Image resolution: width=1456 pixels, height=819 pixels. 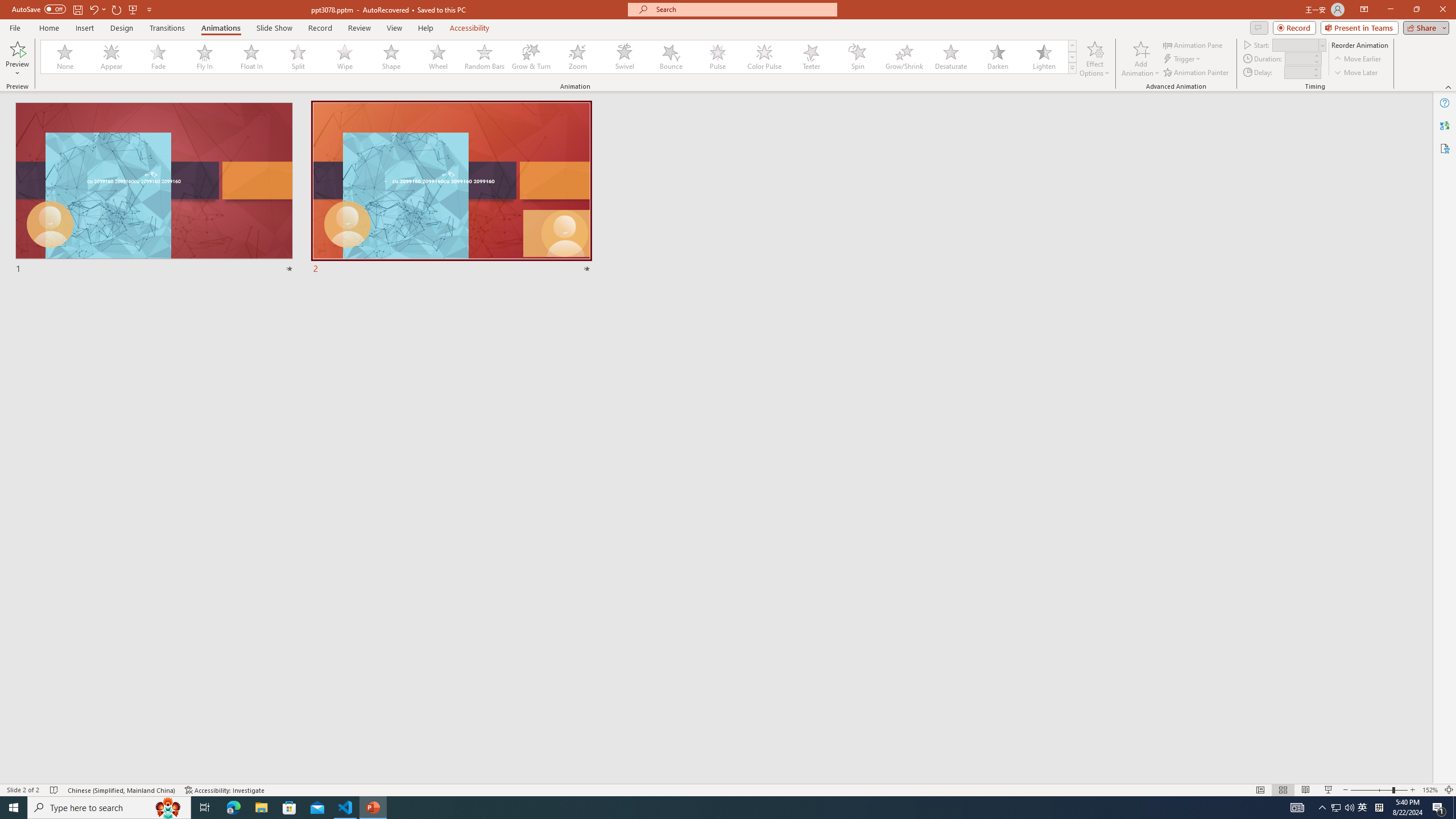 What do you see at coordinates (950, 56) in the screenshot?
I see `'Desaturate'` at bounding box center [950, 56].